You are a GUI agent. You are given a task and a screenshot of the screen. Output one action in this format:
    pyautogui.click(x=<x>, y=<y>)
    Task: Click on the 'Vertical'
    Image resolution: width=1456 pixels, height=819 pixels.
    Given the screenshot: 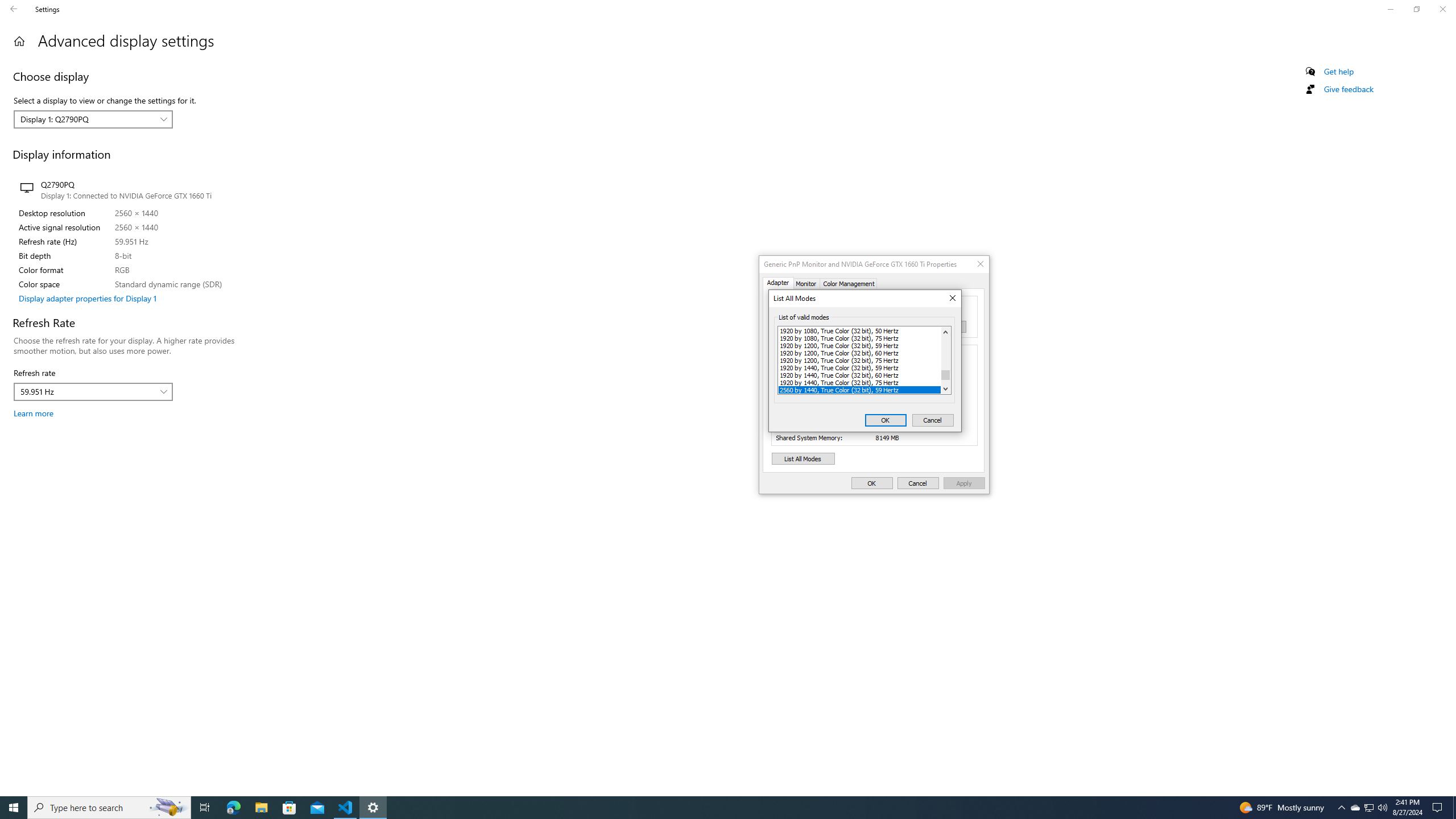 What is the action you would take?
    pyautogui.click(x=945, y=359)
    